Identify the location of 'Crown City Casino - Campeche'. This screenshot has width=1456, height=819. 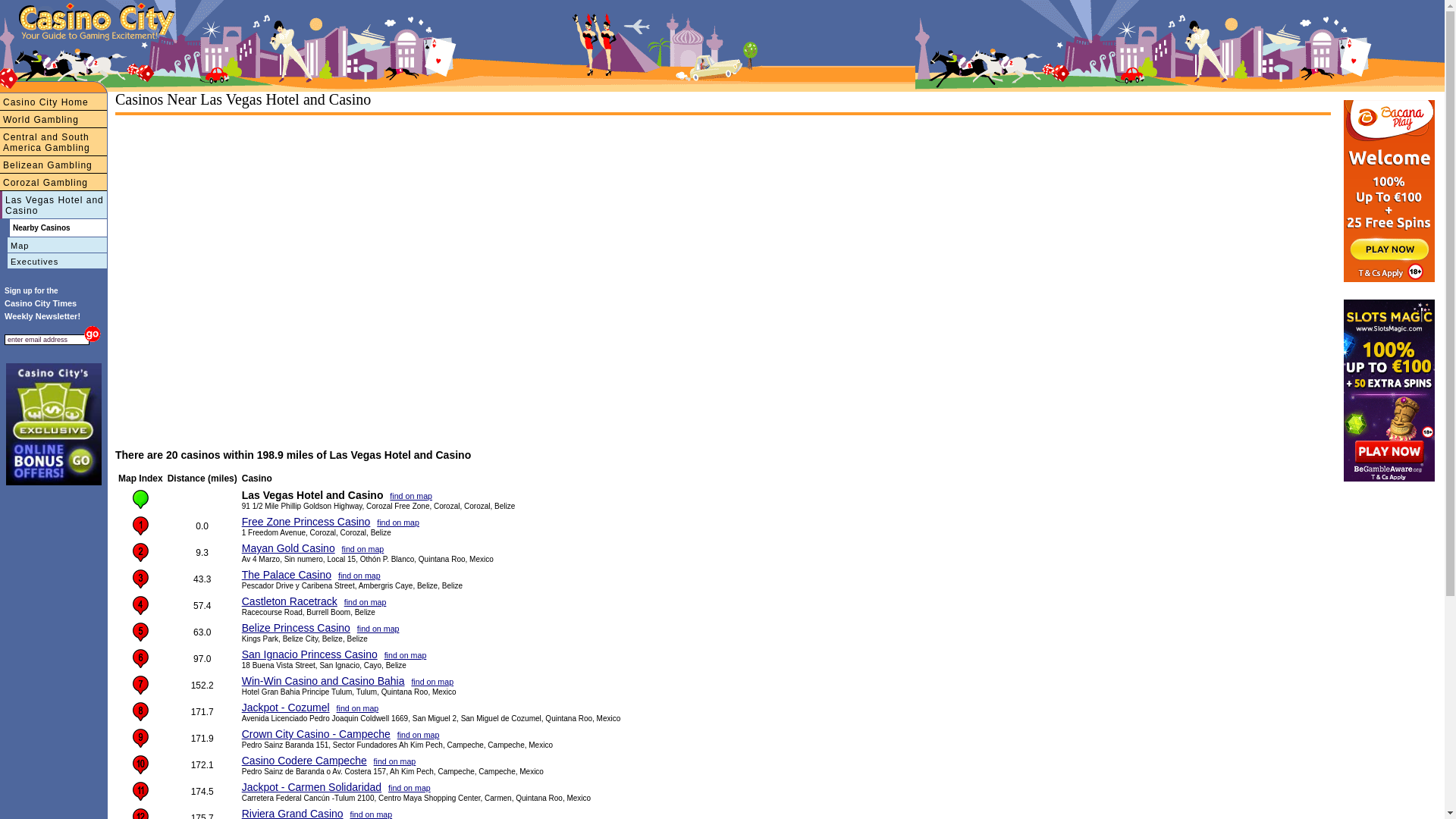
(315, 733).